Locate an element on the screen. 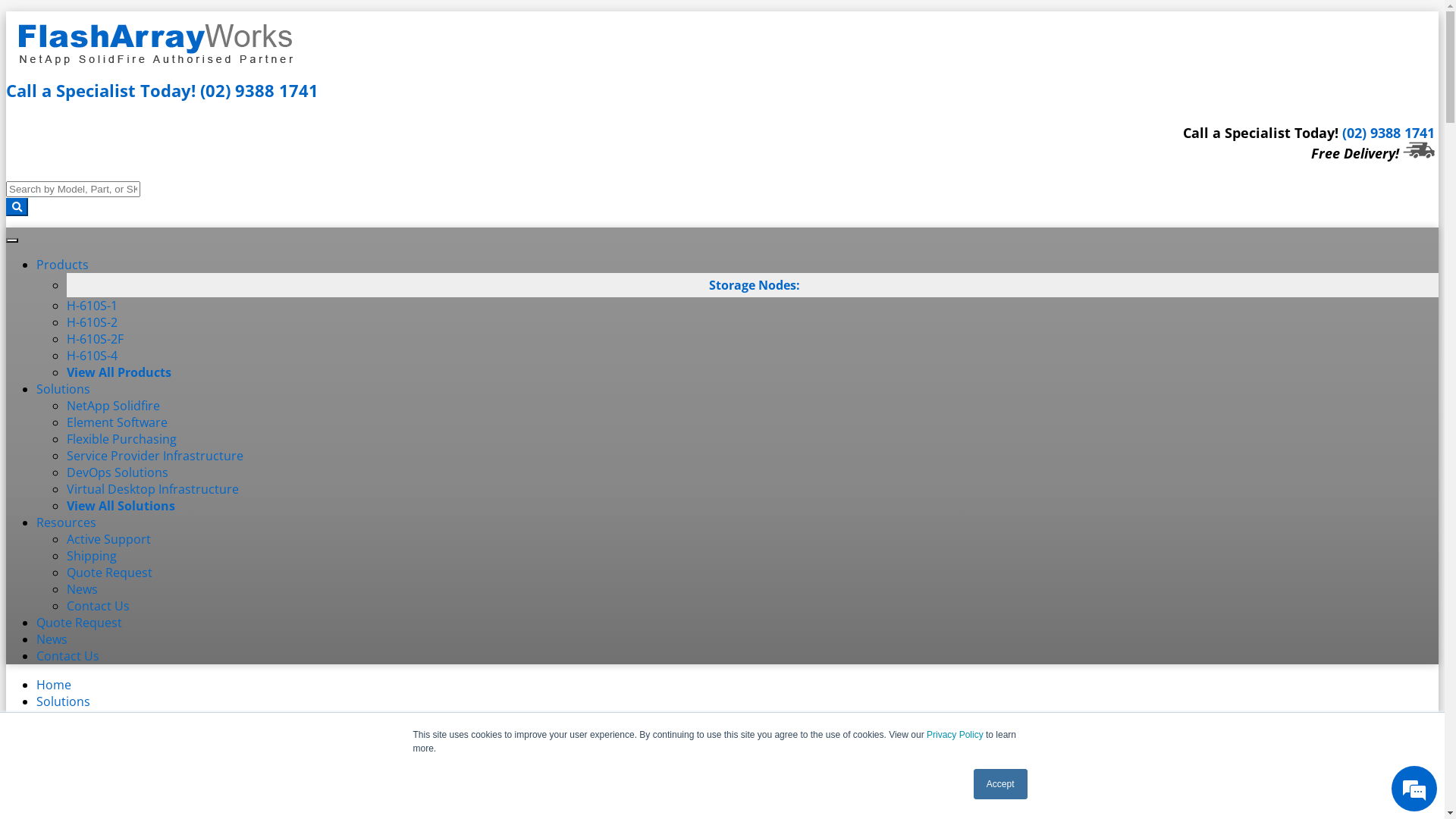 This screenshot has height=819, width=1456. 'Shipping' is located at coordinates (90, 555).